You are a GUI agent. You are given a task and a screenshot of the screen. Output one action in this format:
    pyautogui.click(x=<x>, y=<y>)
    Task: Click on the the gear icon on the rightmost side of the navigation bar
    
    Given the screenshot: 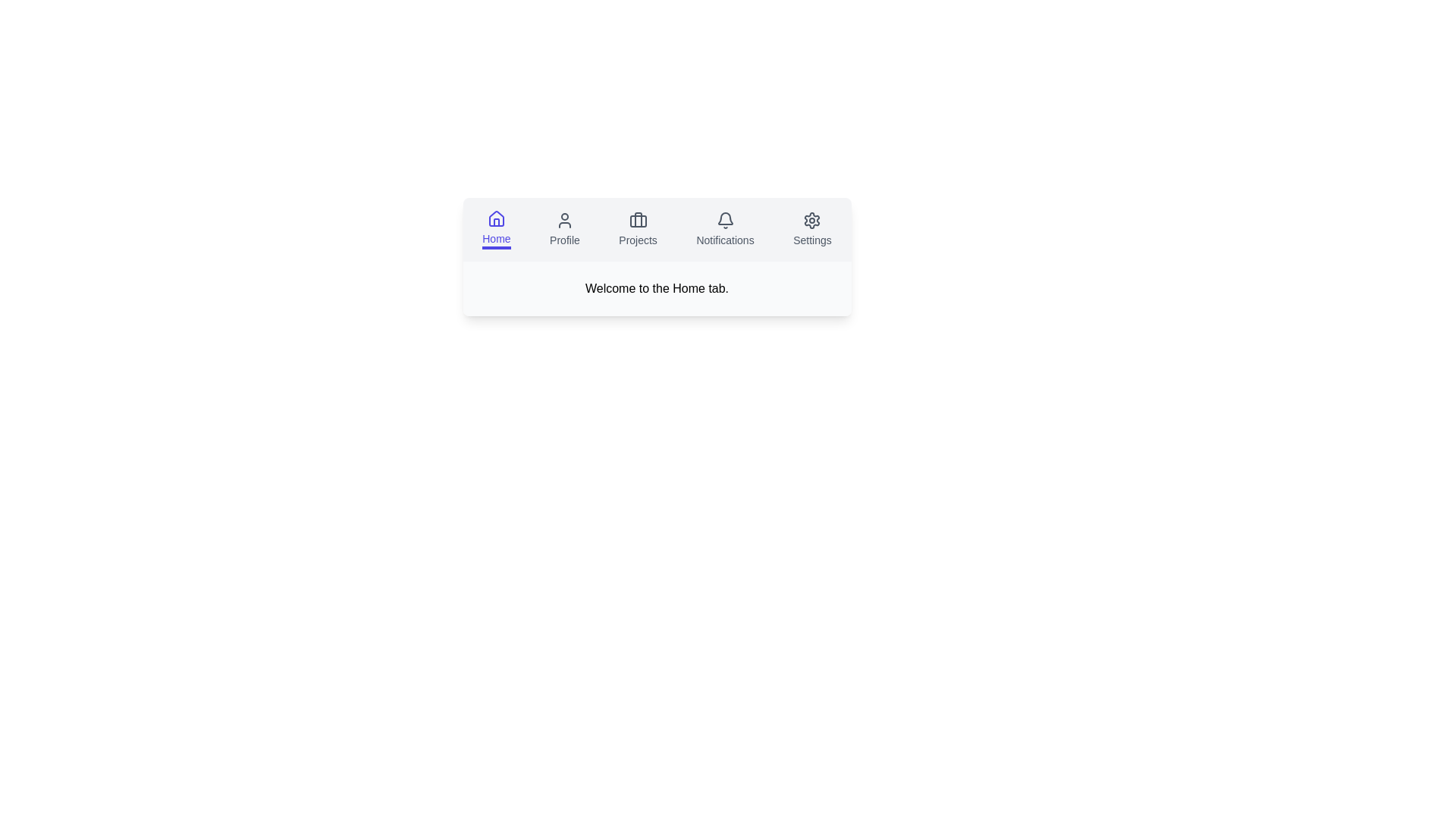 What is the action you would take?
    pyautogui.click(x=811, y=220)
    